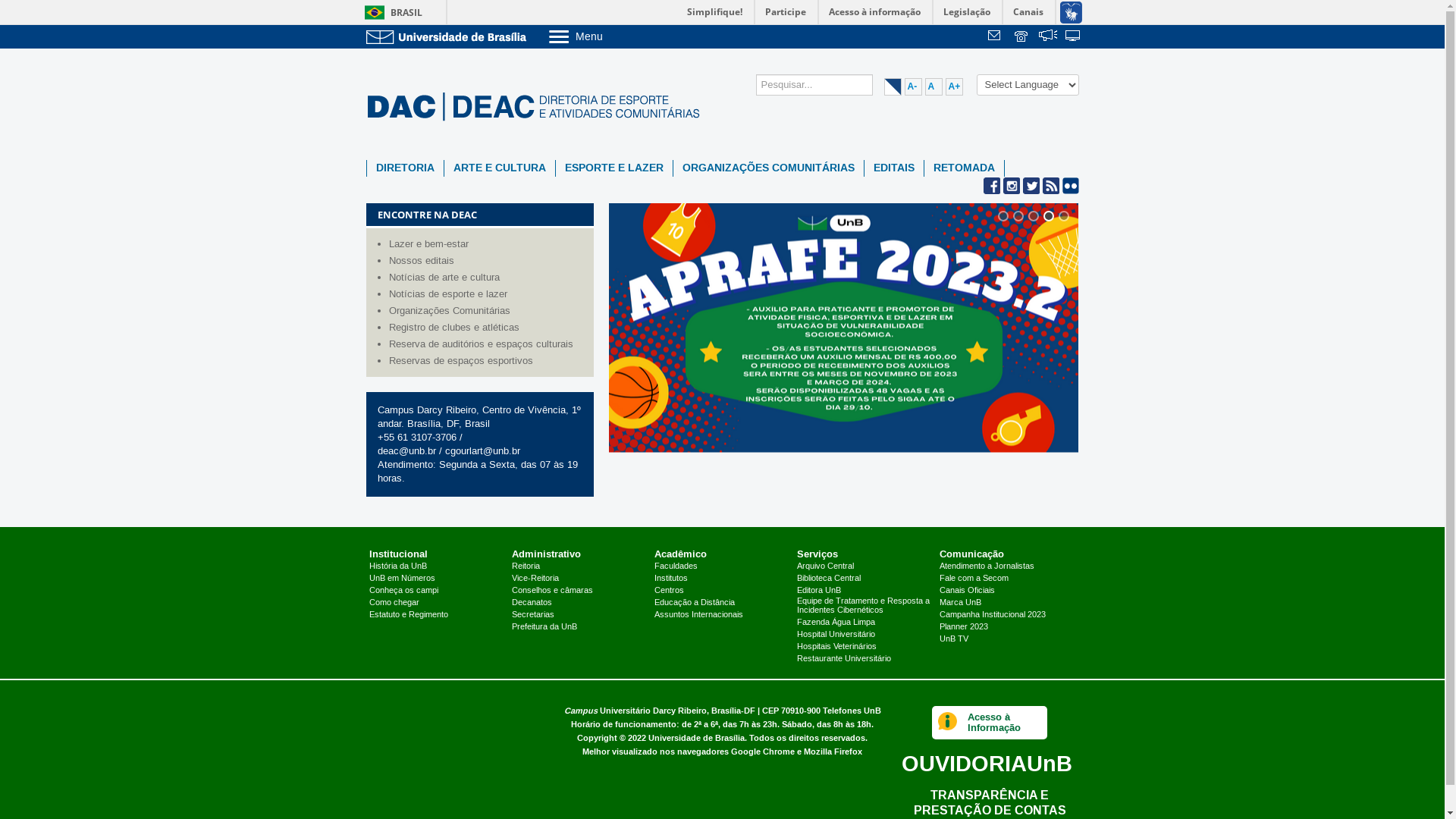 The height and width of the screenshot is (819, 1456). I want to click on 'Editora UnB', so click(818, 590).